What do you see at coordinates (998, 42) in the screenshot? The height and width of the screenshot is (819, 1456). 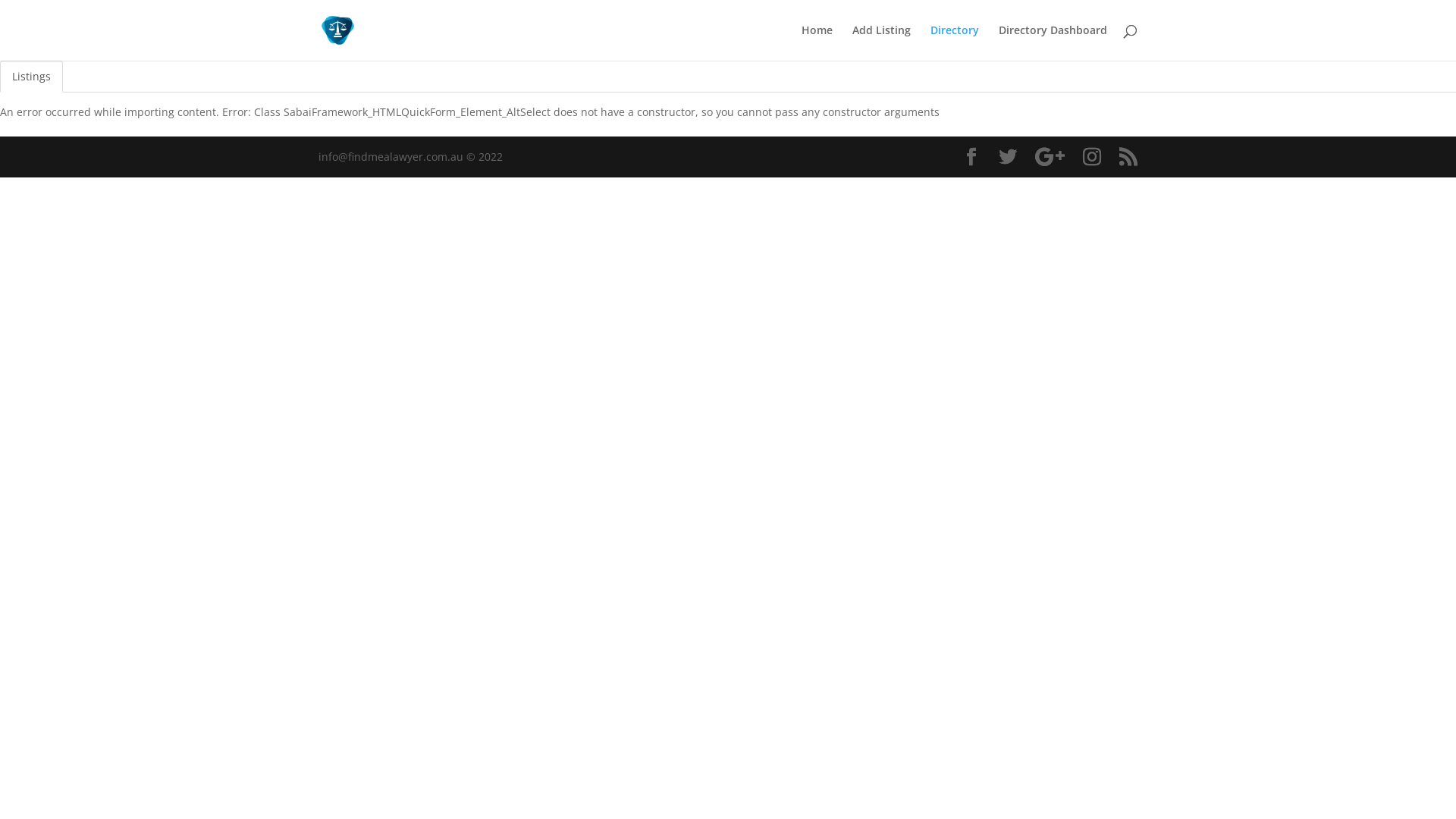 I see `'Directory Dashboard'` at bounding box center [998, 42].